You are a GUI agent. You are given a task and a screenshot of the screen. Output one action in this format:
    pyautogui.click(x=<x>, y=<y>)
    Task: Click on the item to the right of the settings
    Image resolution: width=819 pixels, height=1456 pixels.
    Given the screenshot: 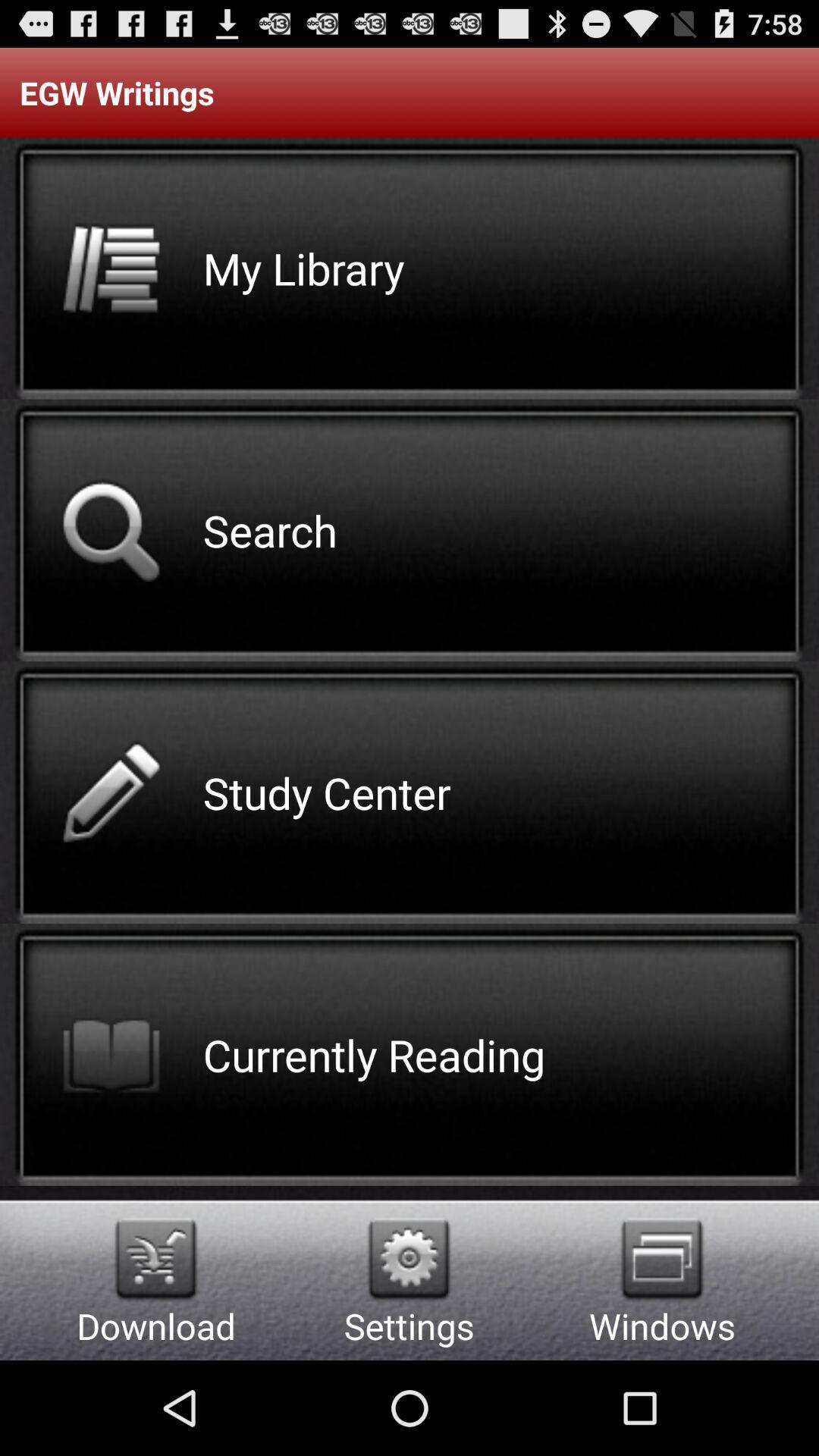 What is the action you would take?
    pyautogui.click(x=661, y=1259)
    